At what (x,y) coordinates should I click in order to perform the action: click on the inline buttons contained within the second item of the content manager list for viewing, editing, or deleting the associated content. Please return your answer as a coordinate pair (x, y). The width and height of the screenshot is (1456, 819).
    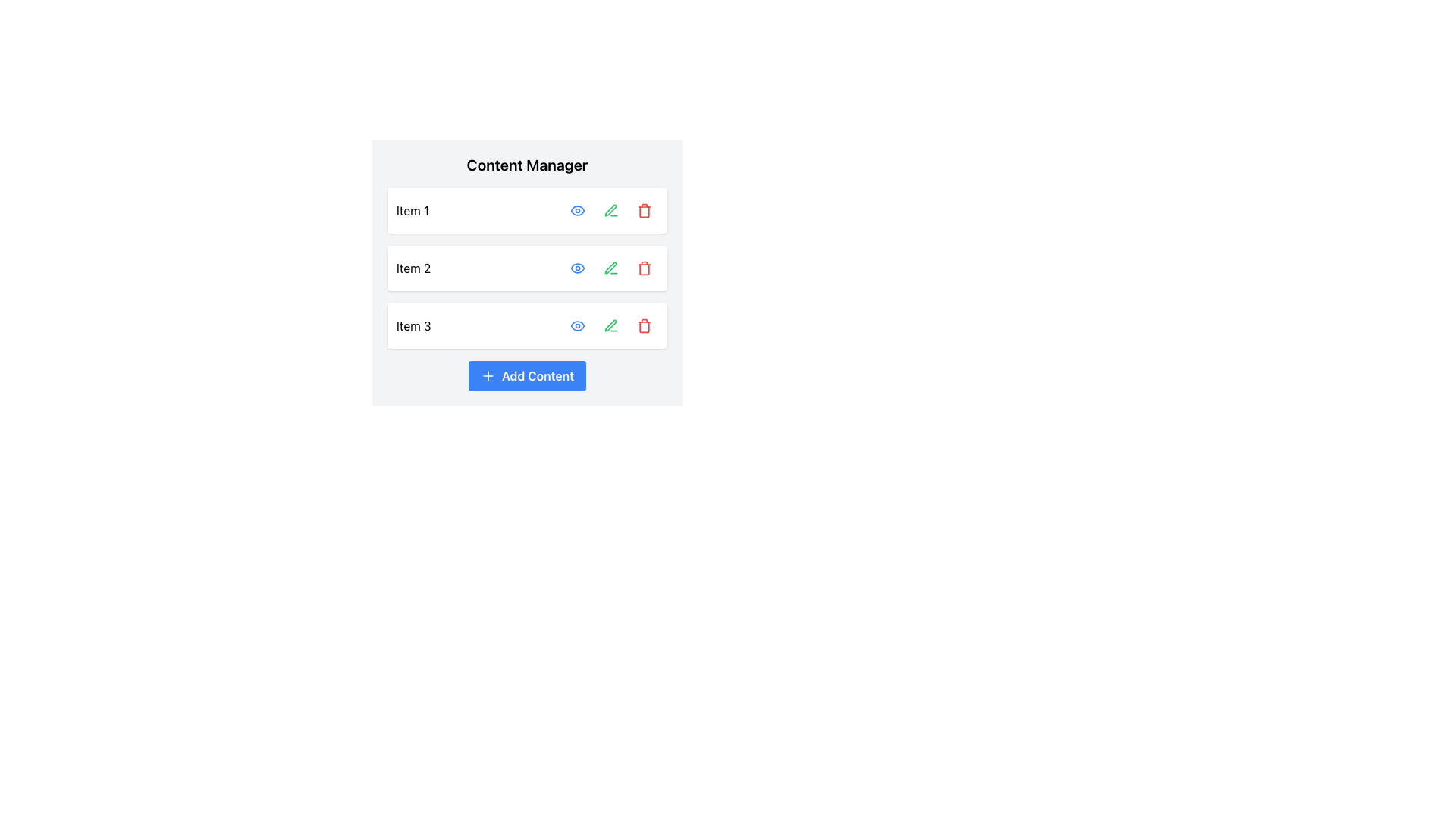
    Looking at the image, I should click on (527, 268).